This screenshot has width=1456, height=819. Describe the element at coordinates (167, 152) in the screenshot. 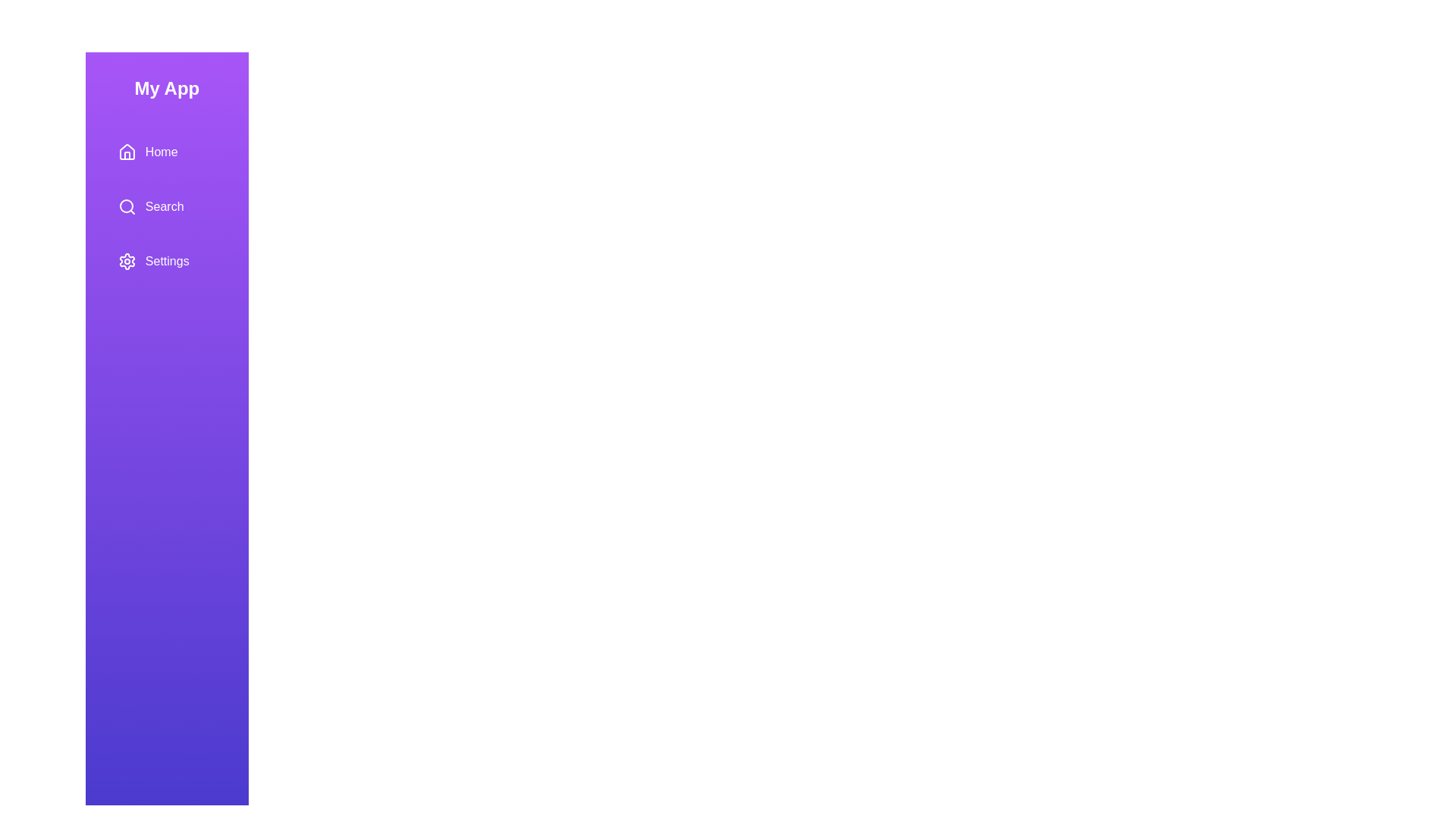

I see `the menu item Home to open the context menu` at that location.